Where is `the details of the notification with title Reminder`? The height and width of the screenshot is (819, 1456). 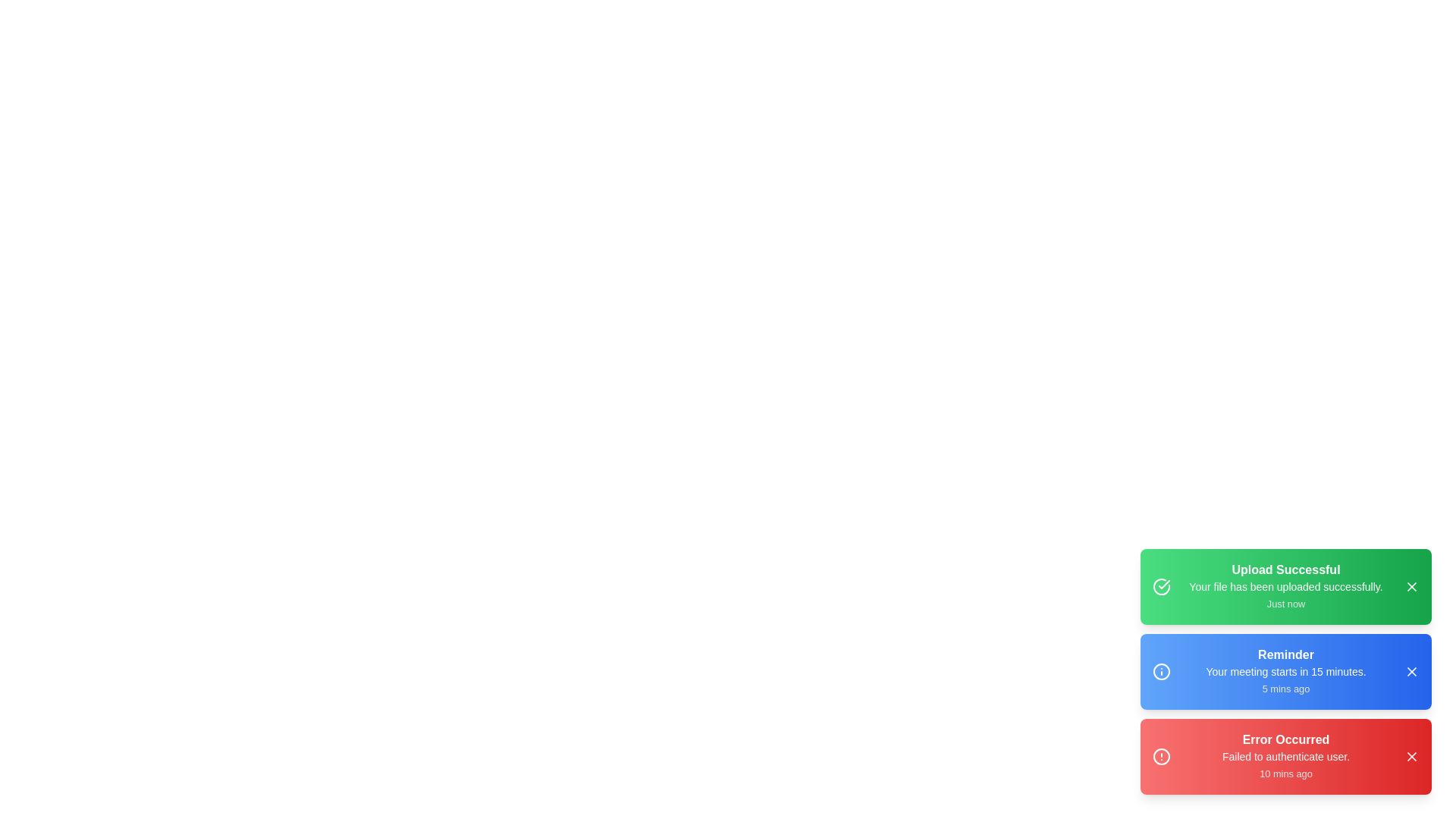 the details of the notification with title Reminder is located at coordinates (1285, 671).